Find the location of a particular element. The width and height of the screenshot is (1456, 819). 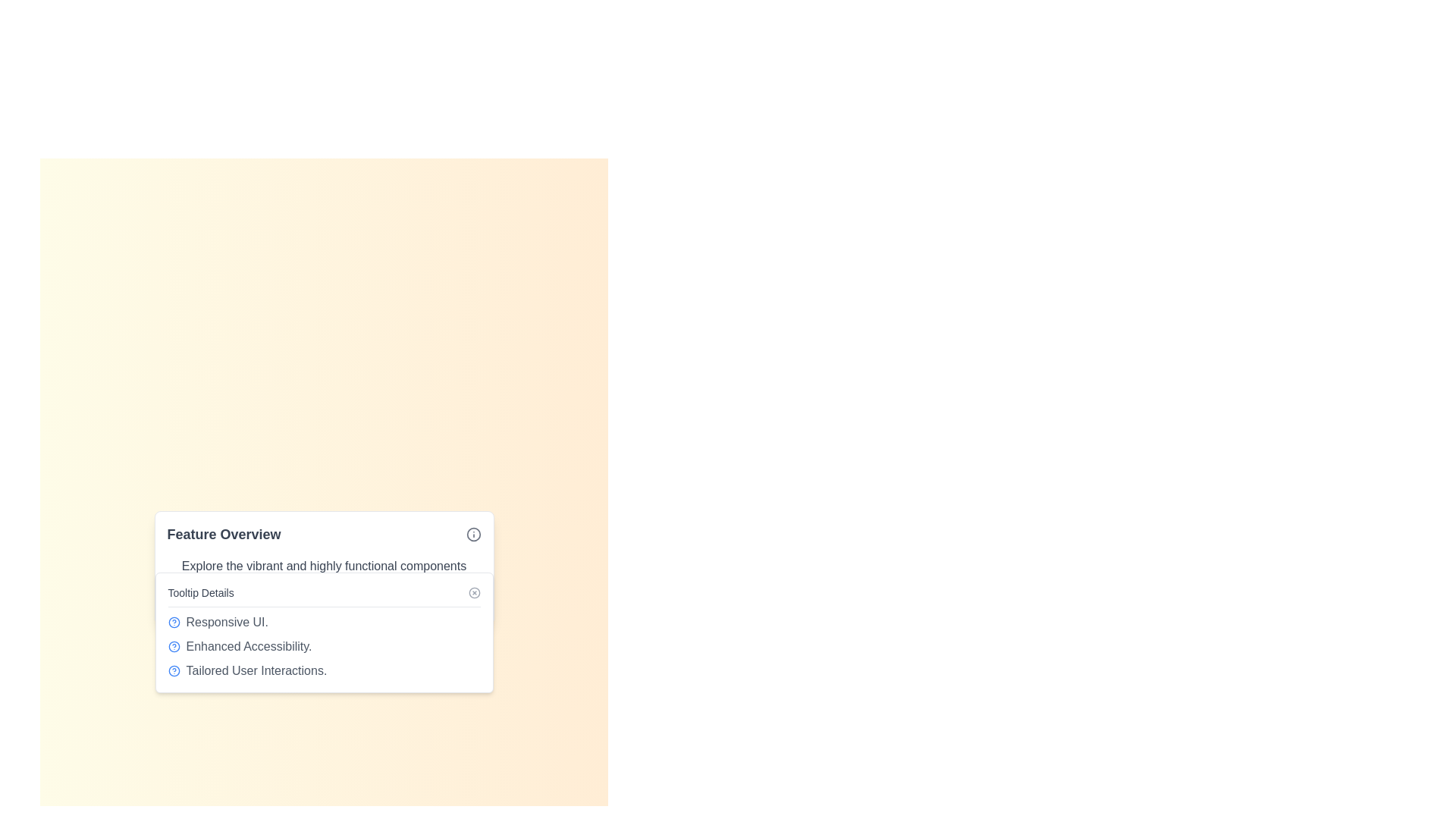

the circle icon located near the top-right corner of the tooltip box displaying the title 'Feature Overview' is located at coordinates (472, 534).